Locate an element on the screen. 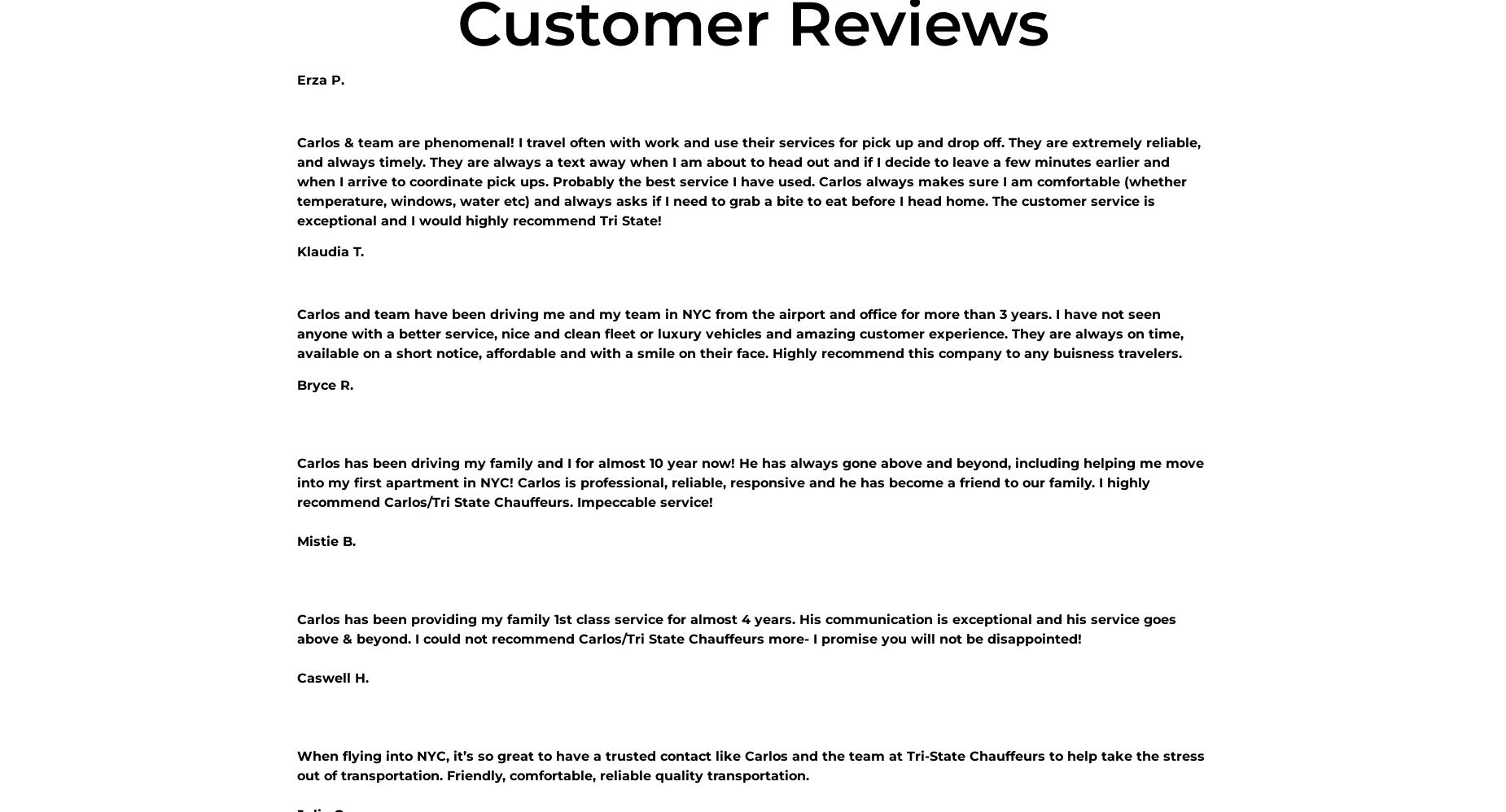  'When flying into NYC, it’s so great to have a trusted contact like Carlos and the team at Tri-State Chauffeurs to help take the stress out of transportation. Friendly, comfortable, reliable quality transportation.' is located at coordinates (751, 765).